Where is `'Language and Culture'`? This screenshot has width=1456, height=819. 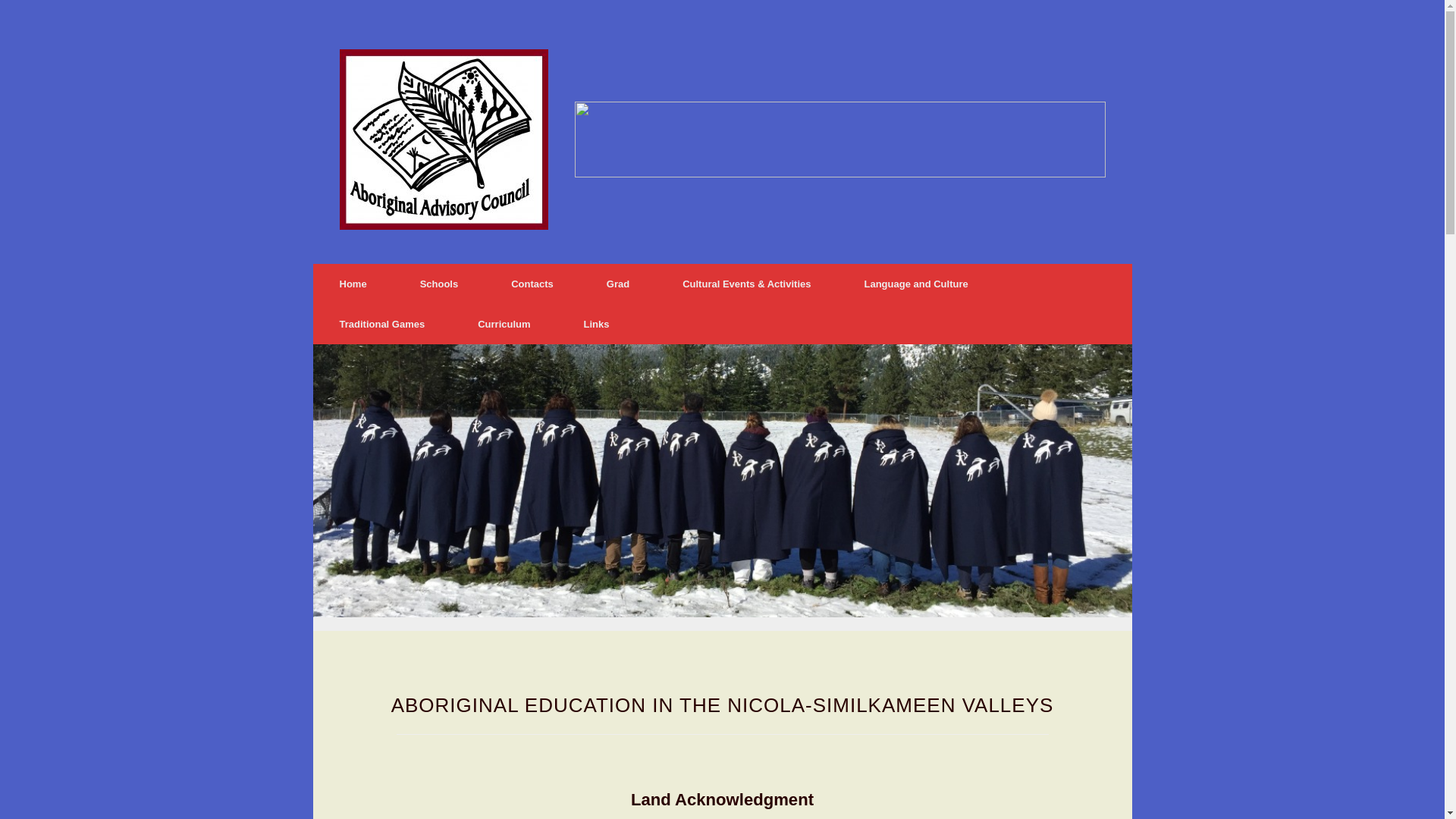
'Language and Culture' is located at coordinates (915, 284).